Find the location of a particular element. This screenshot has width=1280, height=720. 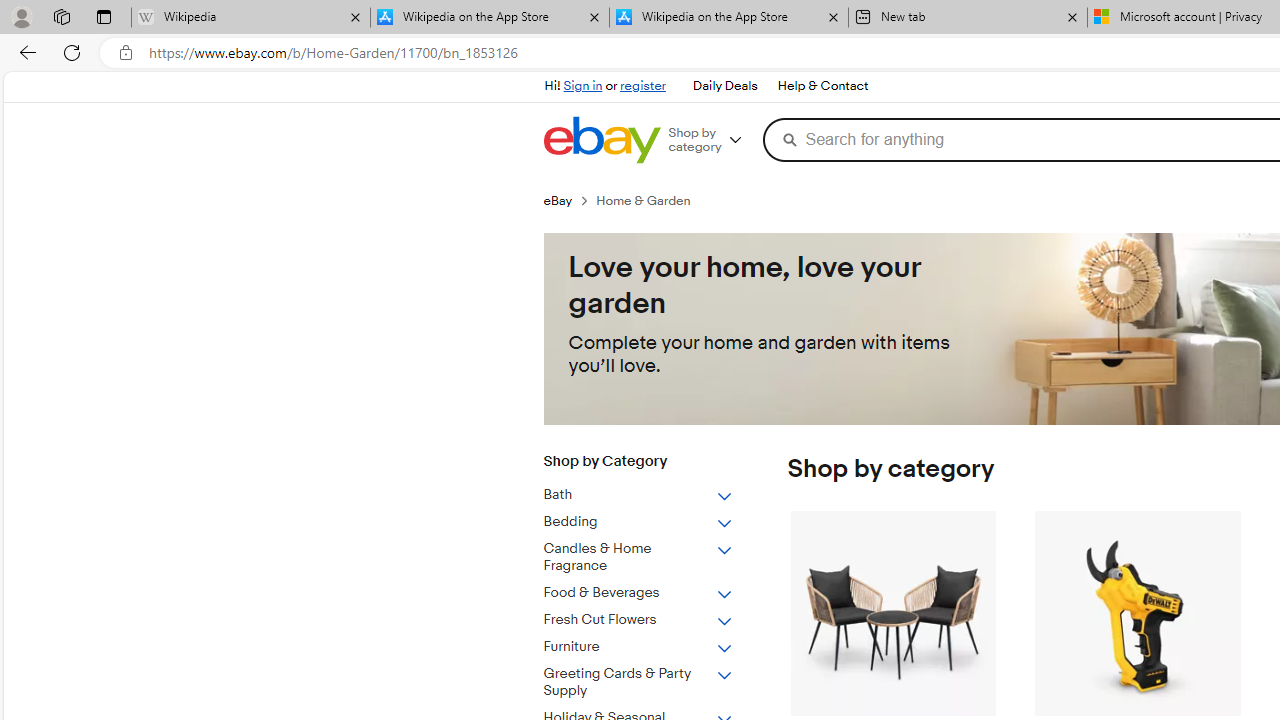

'Back' is located at coordinates (24, 51).